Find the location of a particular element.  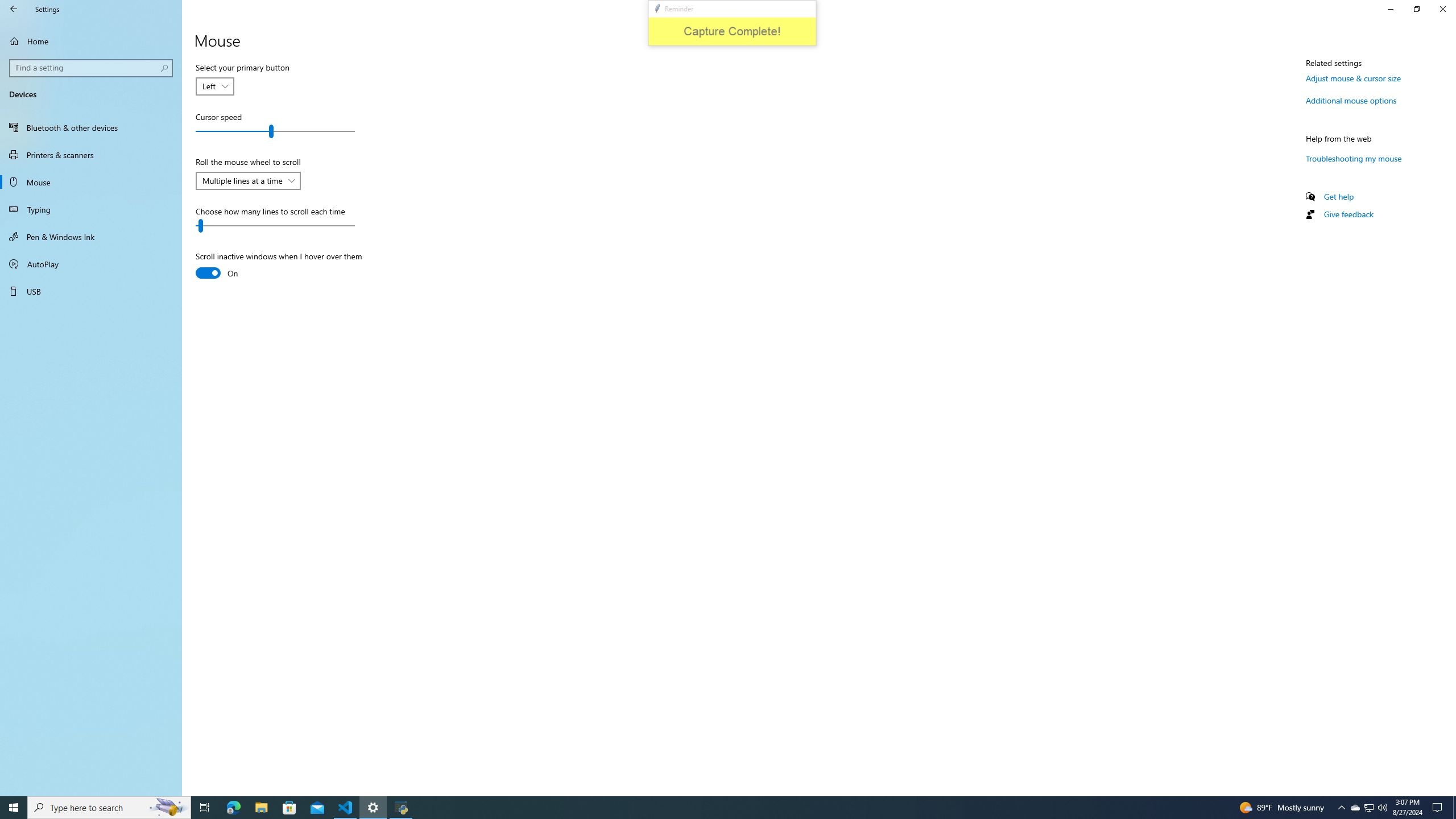

'Minimize Settings' is located at coordinates (1389, 9).